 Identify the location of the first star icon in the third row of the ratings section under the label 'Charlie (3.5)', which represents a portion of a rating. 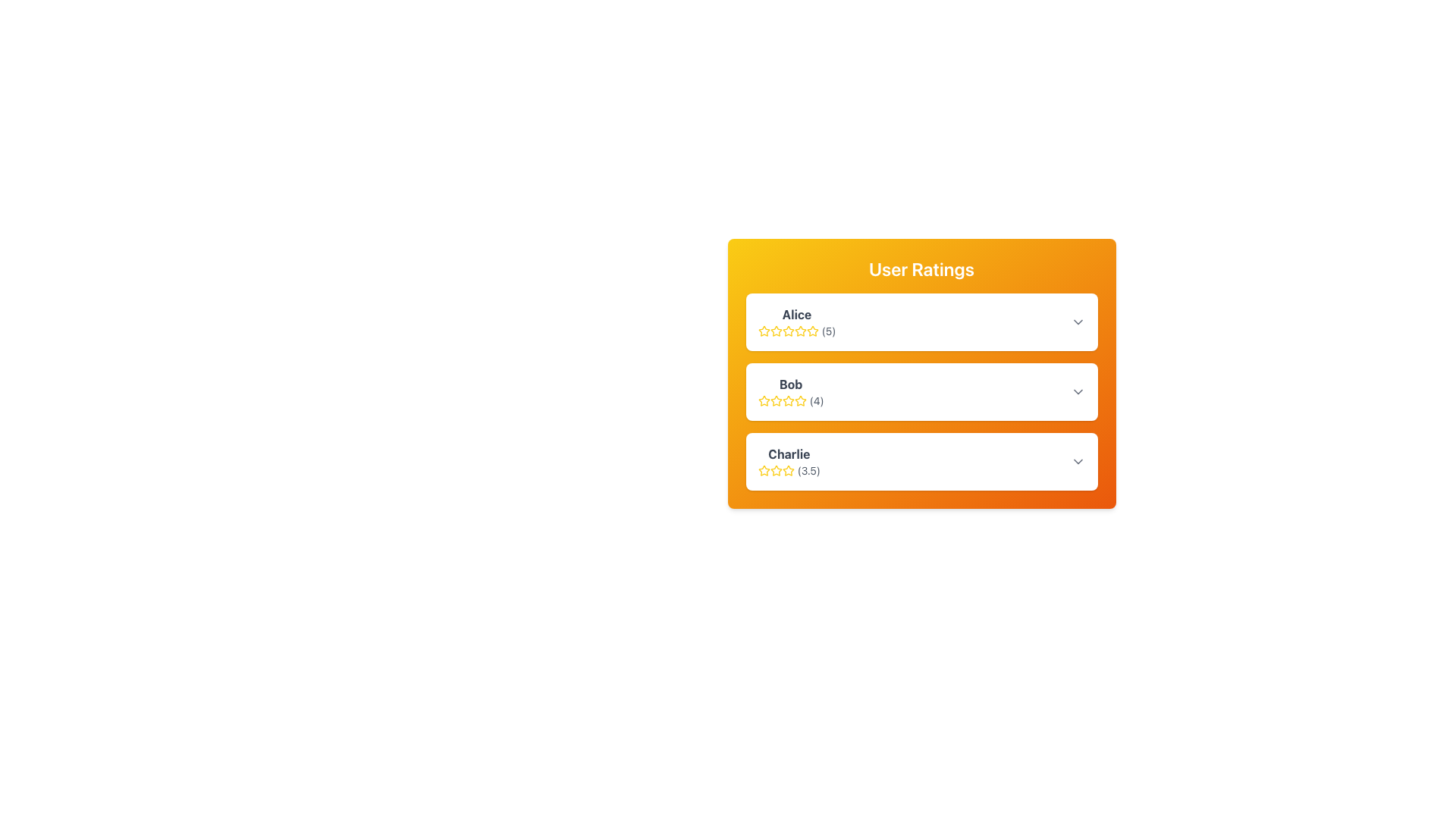
(788, 469).